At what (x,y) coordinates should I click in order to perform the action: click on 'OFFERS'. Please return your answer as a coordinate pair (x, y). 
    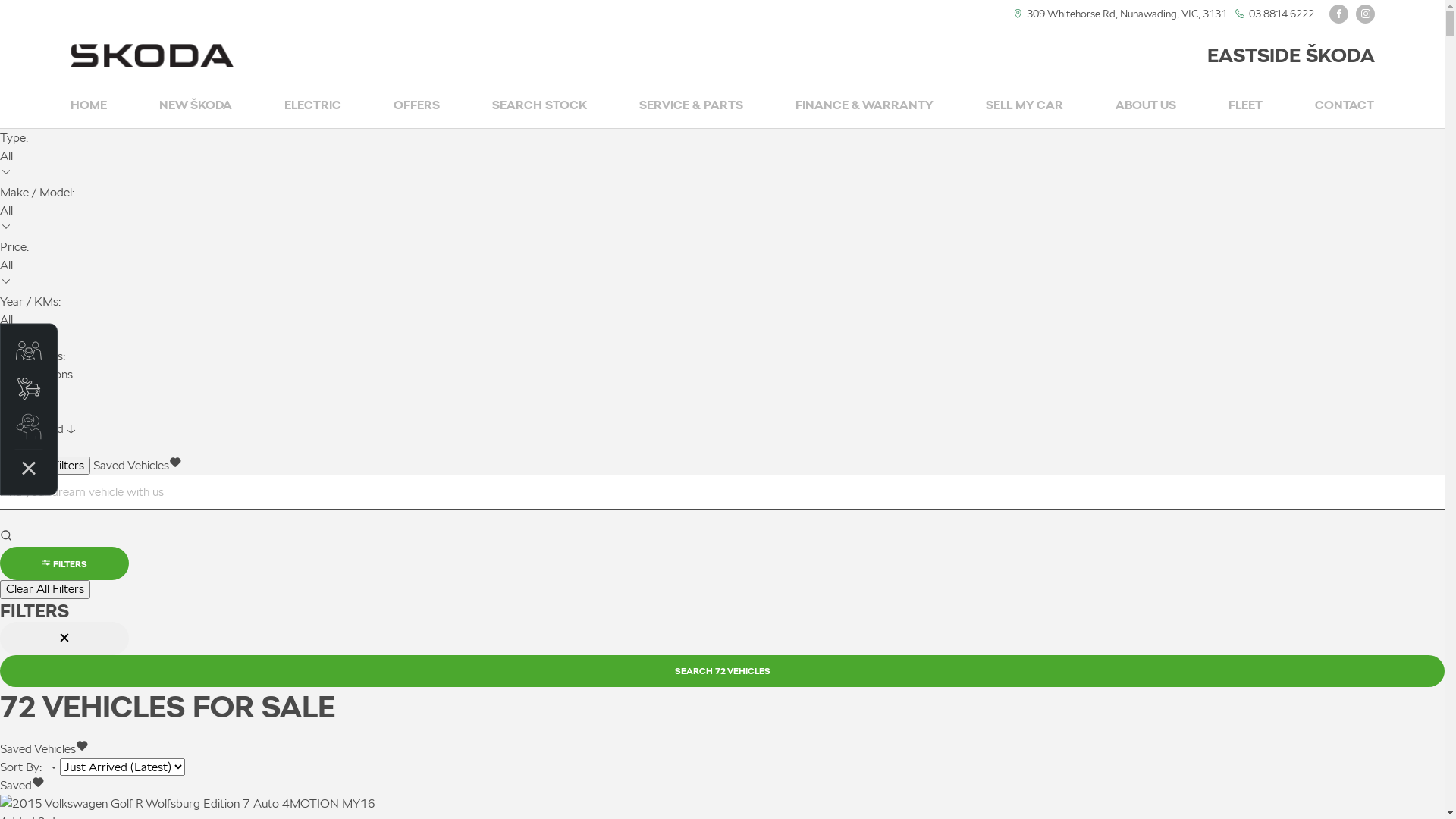
    Looking at the image, I should click on (393, 105).